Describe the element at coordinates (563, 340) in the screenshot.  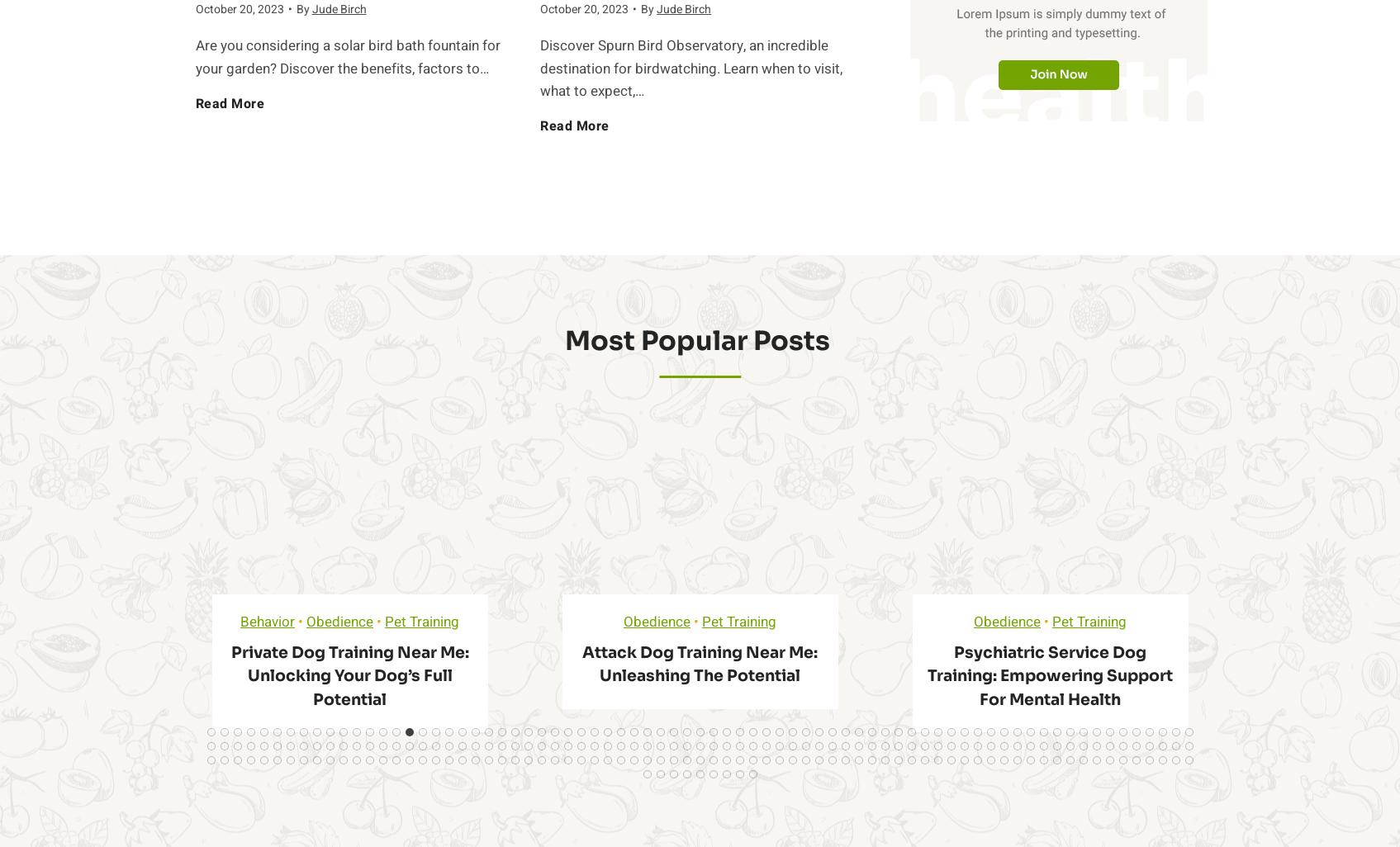
I see `'Most Popular Posts ​'` at that location.